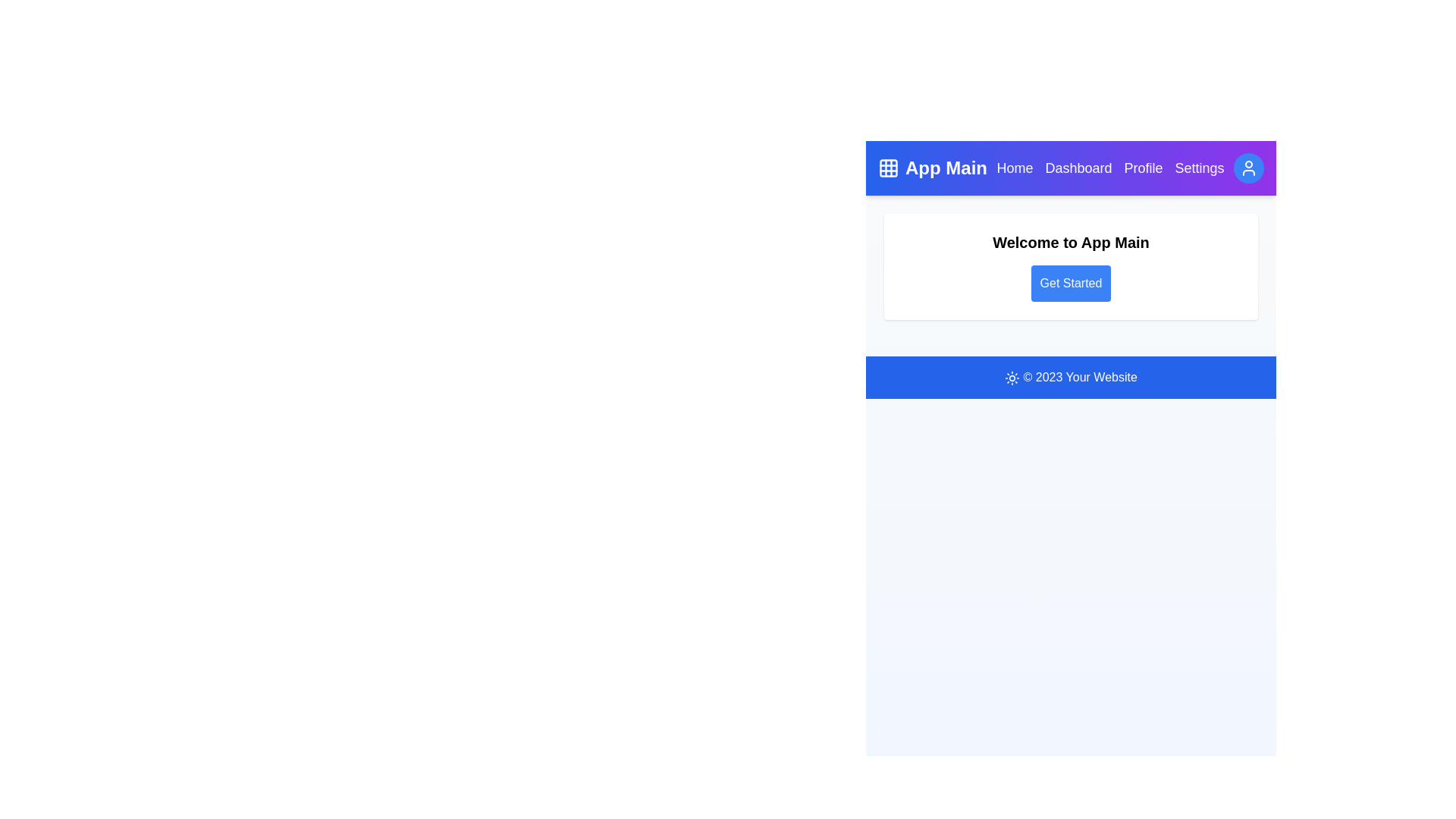  Describe the element at coordinates (1199, 168) in the screenshot. I see `the navigation link labeled Settings to navigate to the corresponding section` at that location.